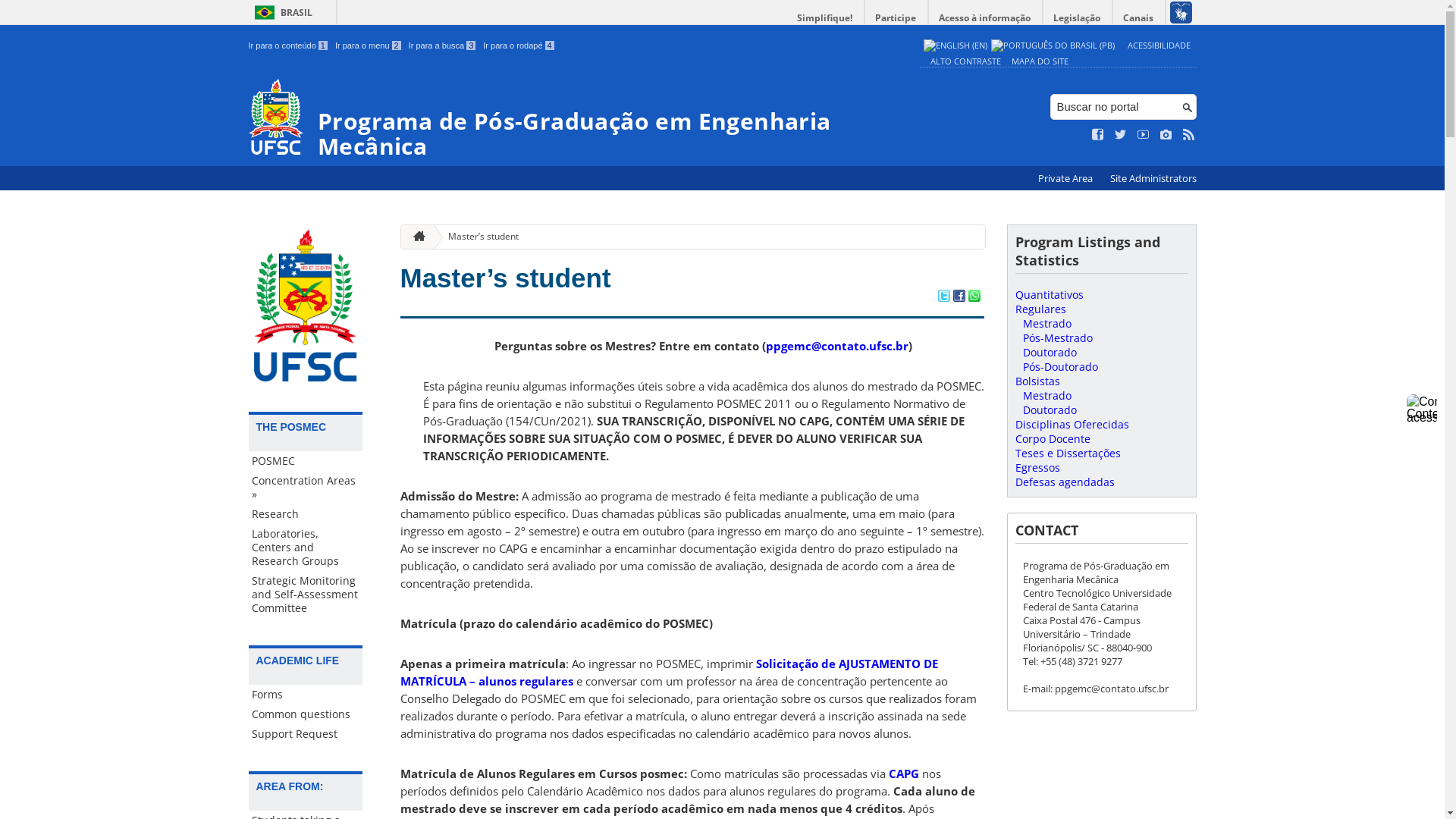  What do you see at coordinates (368, 45) in the screenshot?
I see `'Ir para o menu 2'` at bounding box center [368, 45].